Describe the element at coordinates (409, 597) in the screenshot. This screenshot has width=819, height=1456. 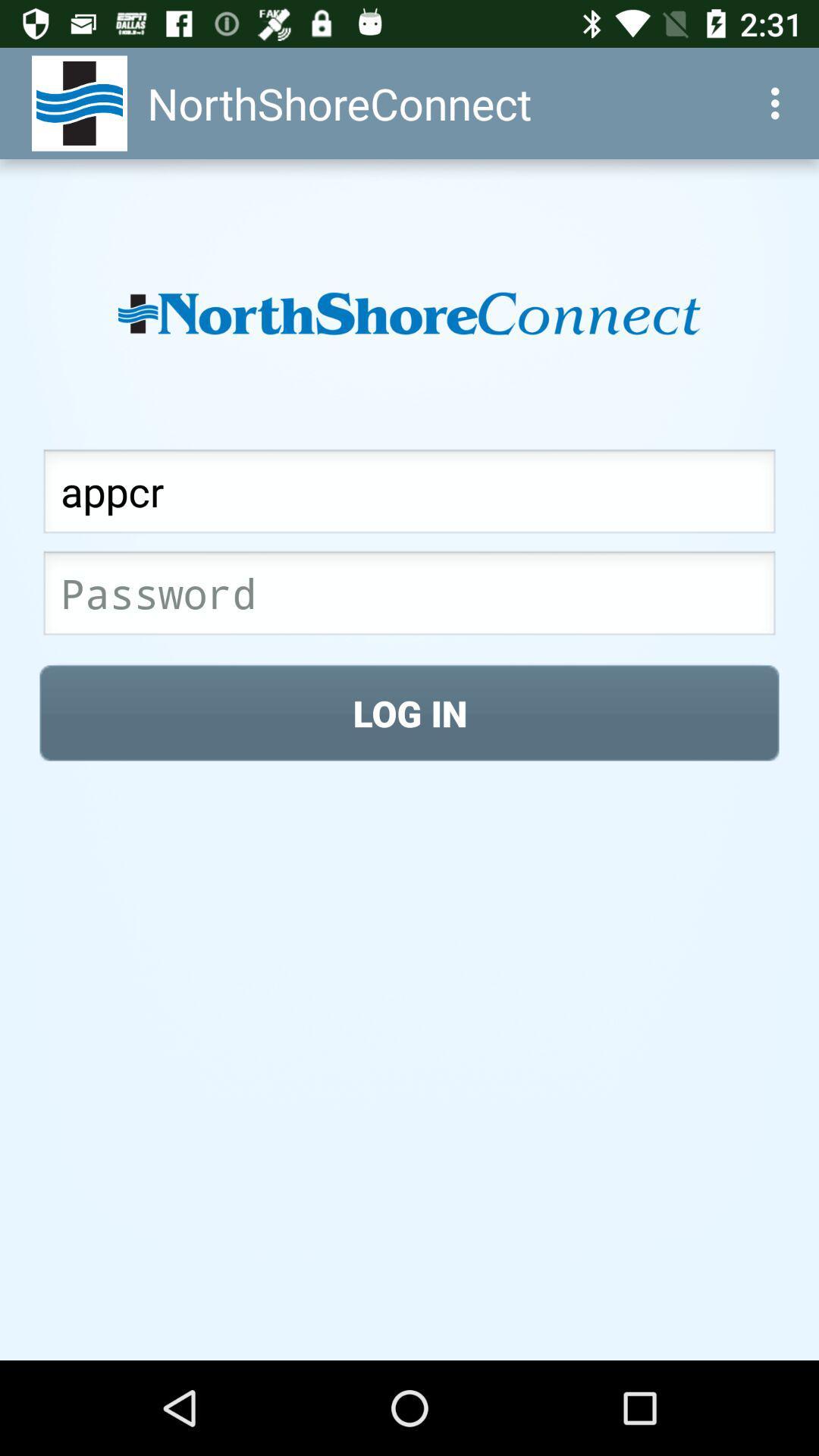
I see `type in password` at that location.